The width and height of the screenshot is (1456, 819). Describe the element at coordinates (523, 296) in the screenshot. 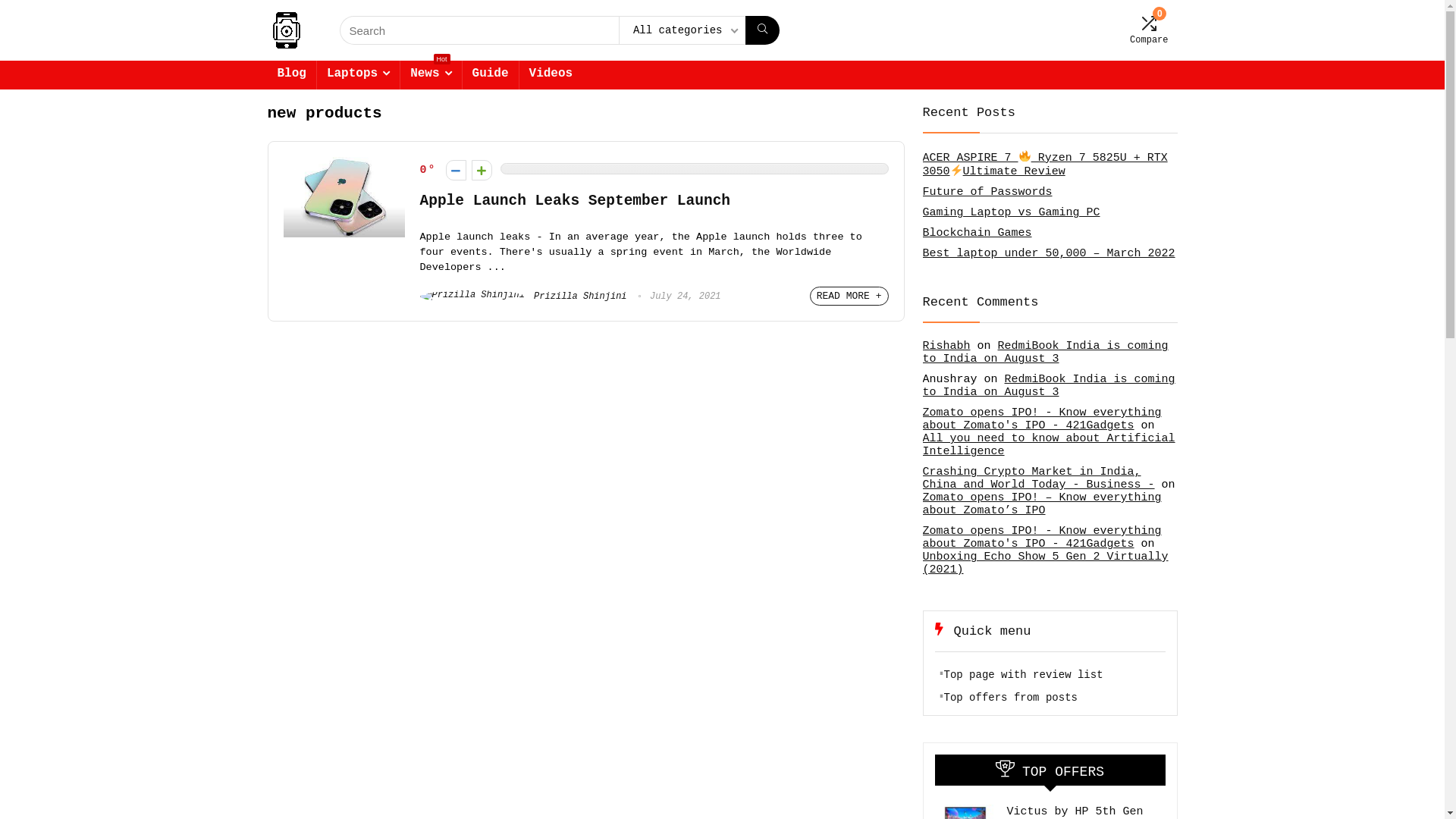

I see `'Prizilla Shinjini'` at that location.